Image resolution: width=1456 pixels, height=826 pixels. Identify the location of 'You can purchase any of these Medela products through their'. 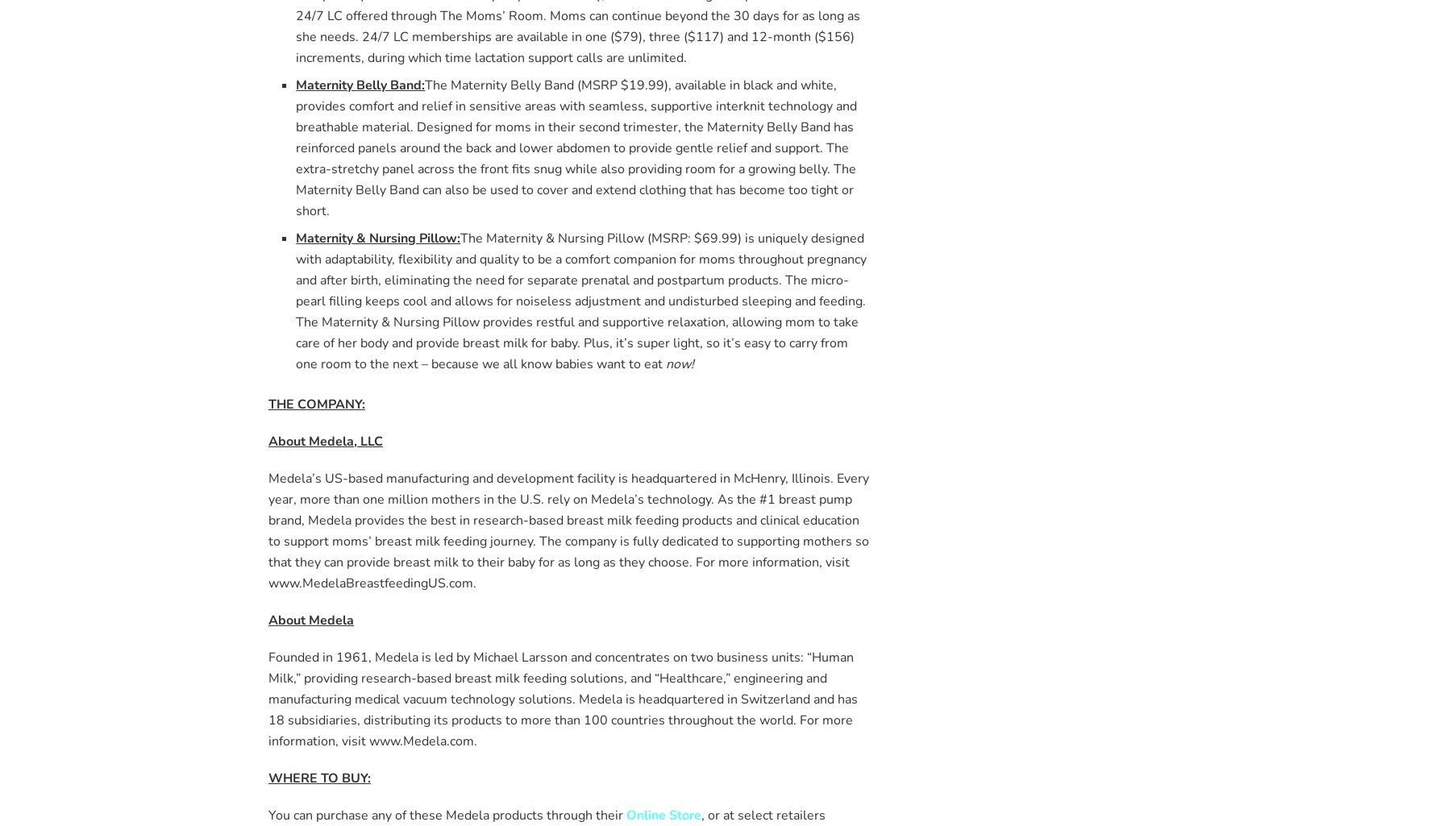
(446, 813).